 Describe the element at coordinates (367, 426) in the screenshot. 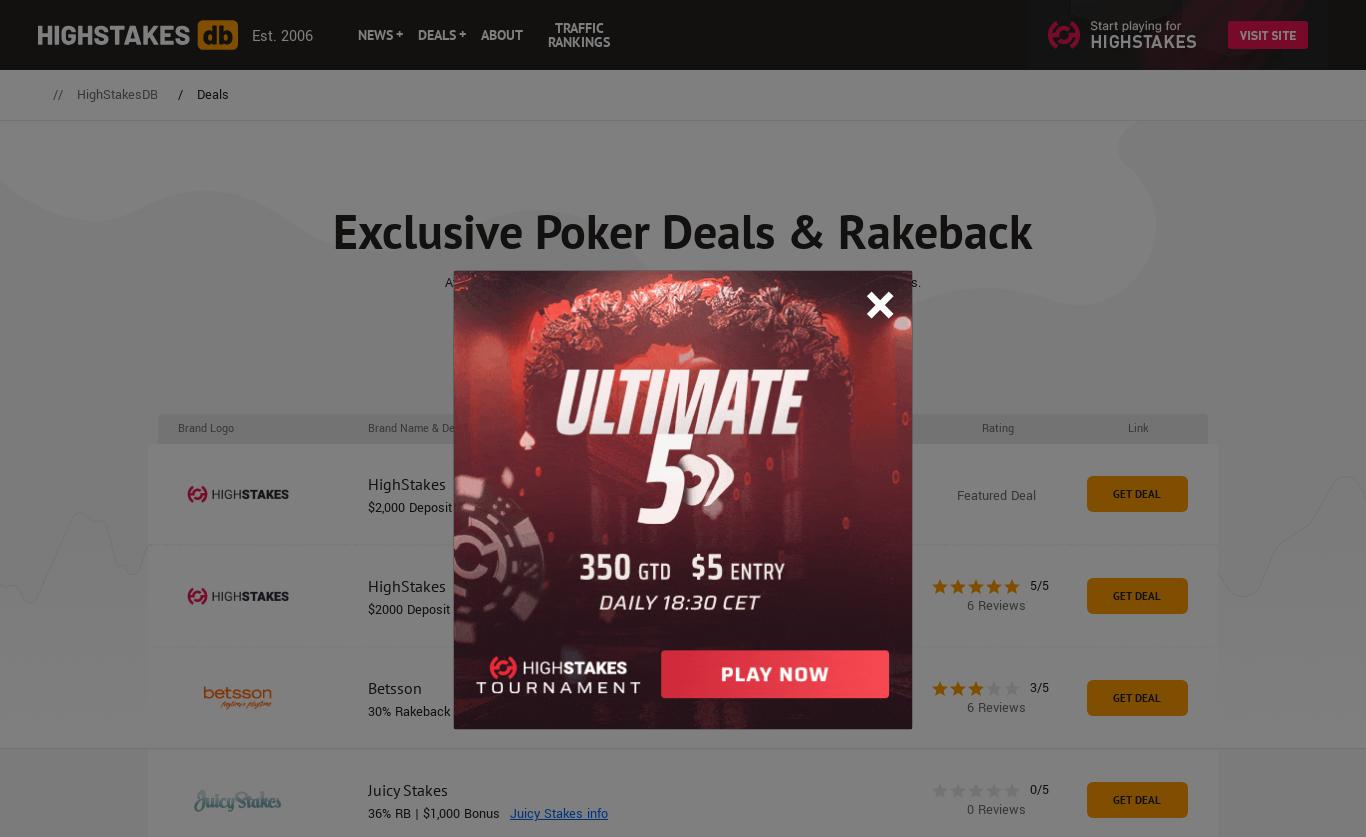

I see `'Brand Name & Deal Highlight'` at that location.